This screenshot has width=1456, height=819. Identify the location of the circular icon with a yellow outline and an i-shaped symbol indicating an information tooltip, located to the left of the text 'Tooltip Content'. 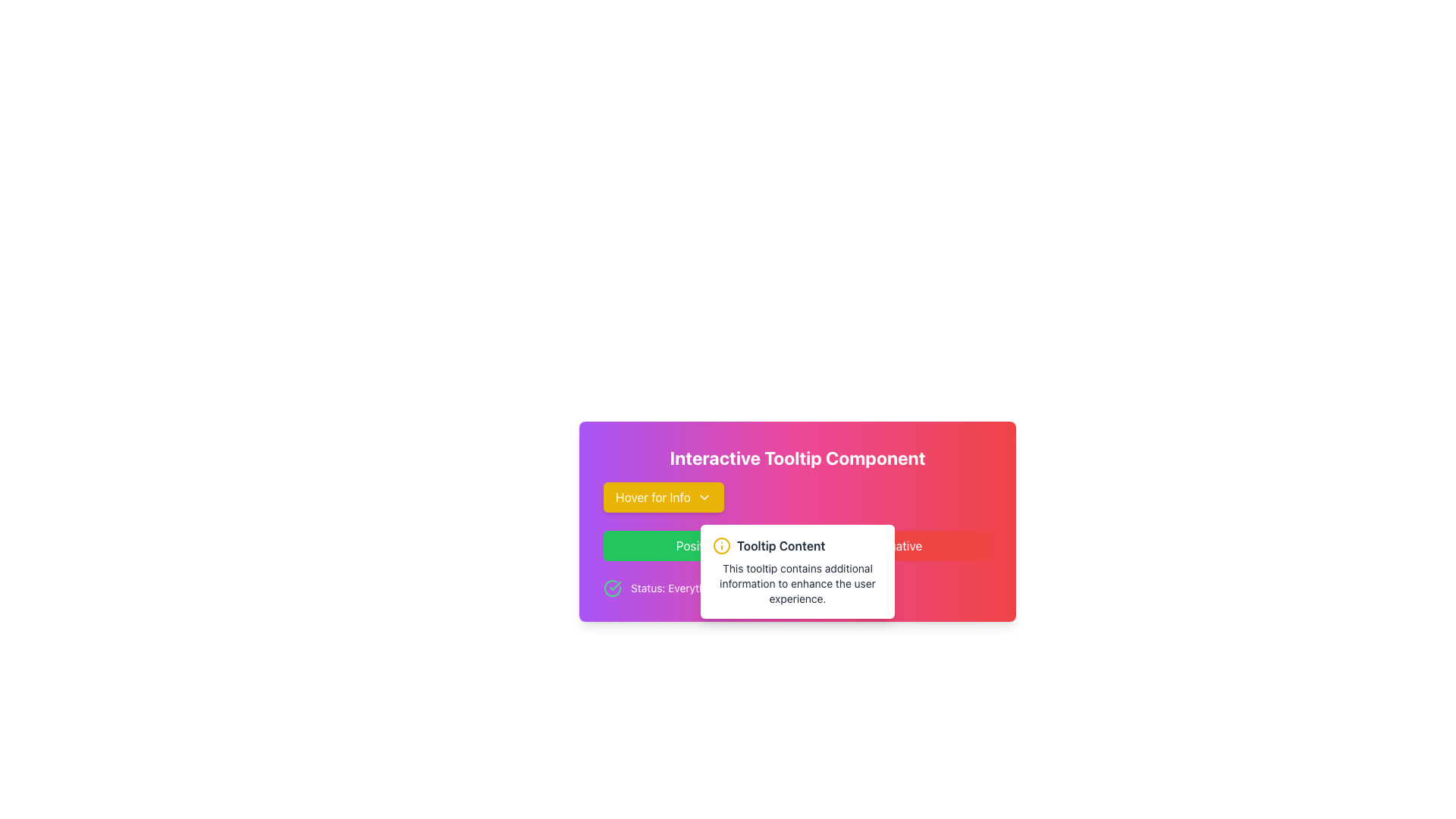
(720, 546).